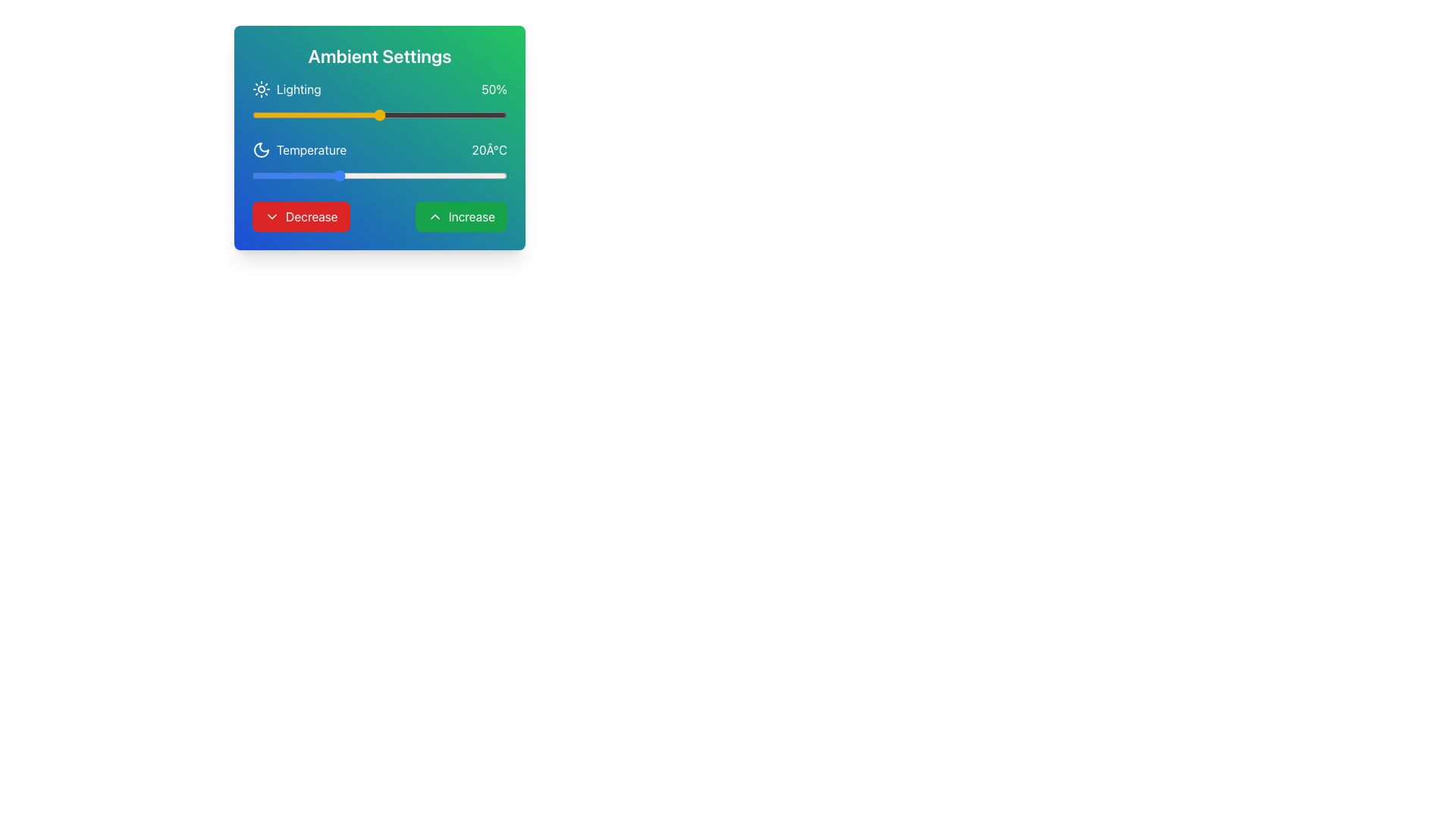 Image resolution: width=1456 pixels, height=819 pixels. I want to click on the stylized sun icon located to the left of the 'Lighting' label in the top-left section of the 'Ambient Settings' card, so click(262, 89).